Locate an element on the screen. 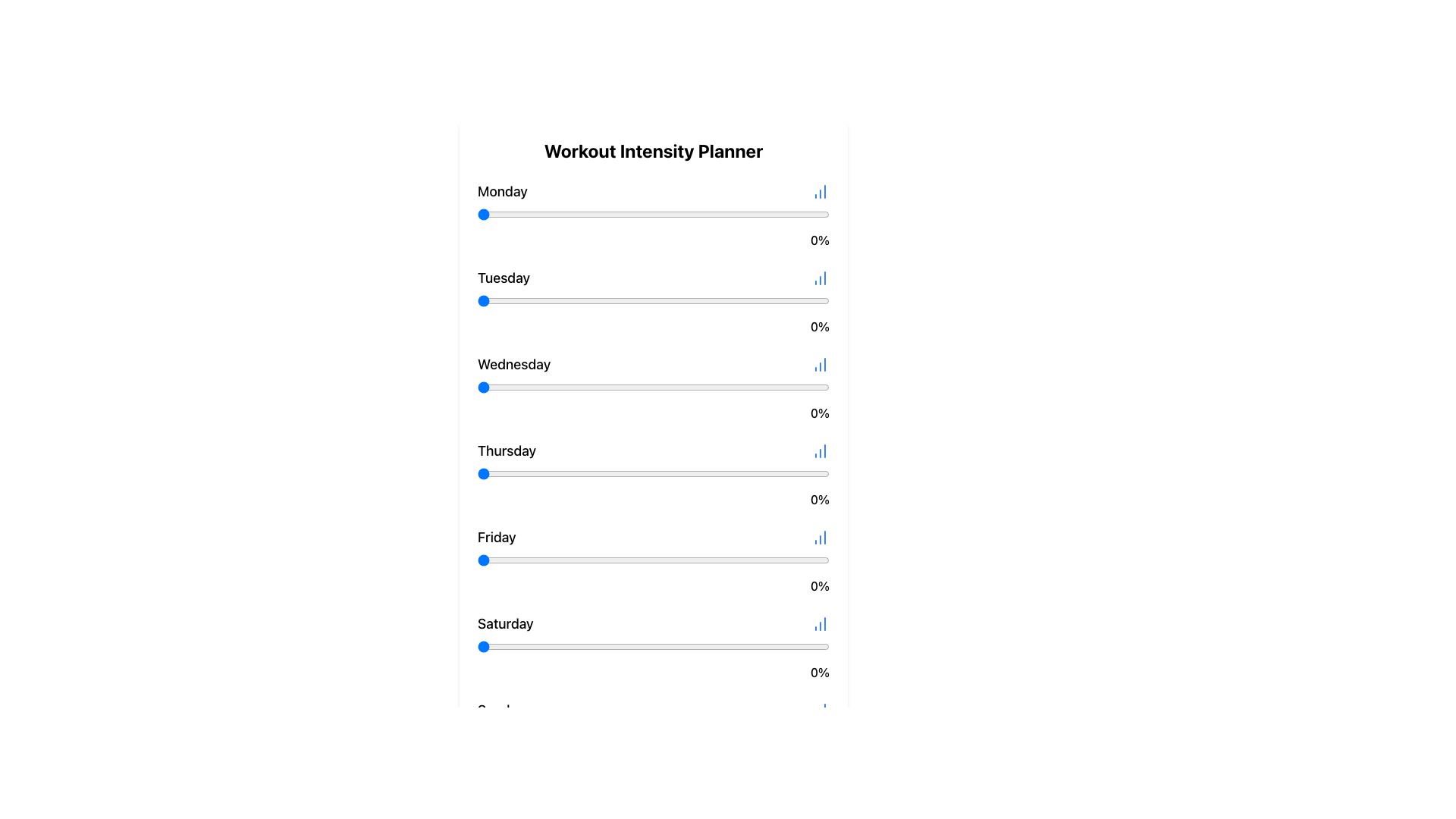 Image resolution: width=1456 pixels, height=819 pixels. the Friday workout intensity is located at coordinates (643, 560).